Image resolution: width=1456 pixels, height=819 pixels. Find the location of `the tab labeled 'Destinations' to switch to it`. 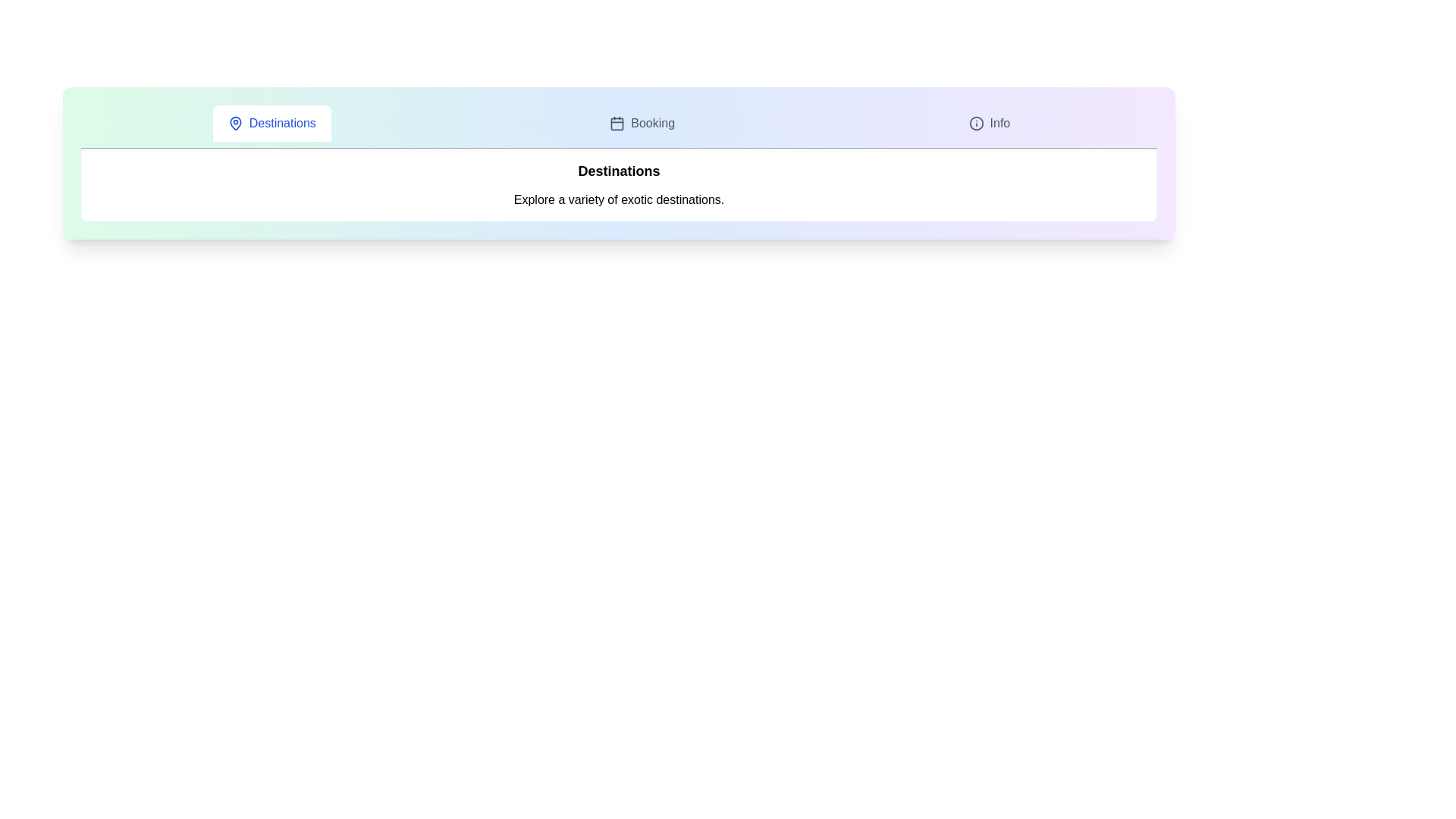

the tab labeled 'Destinations' to switch to it is located at coordinates (271, 122).